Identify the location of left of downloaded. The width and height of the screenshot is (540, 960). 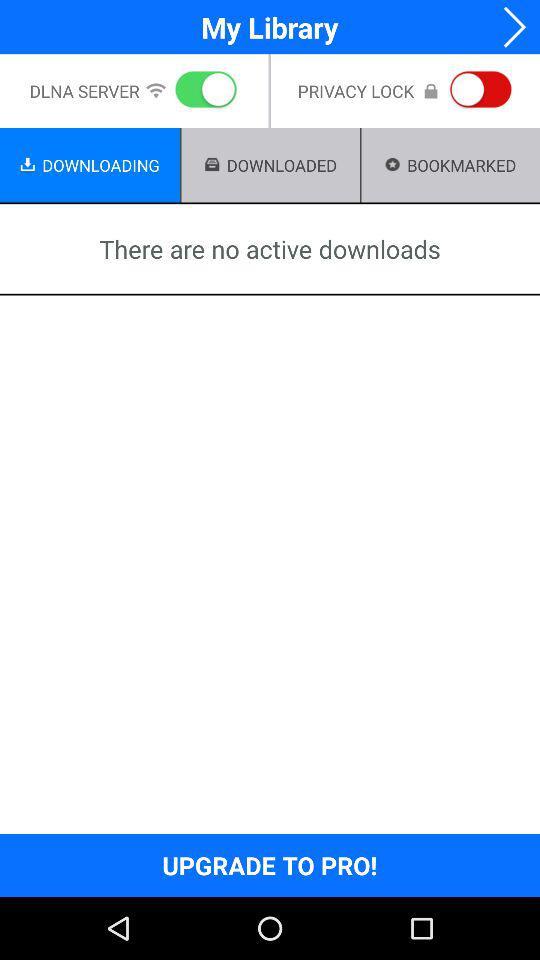
(211, 164).